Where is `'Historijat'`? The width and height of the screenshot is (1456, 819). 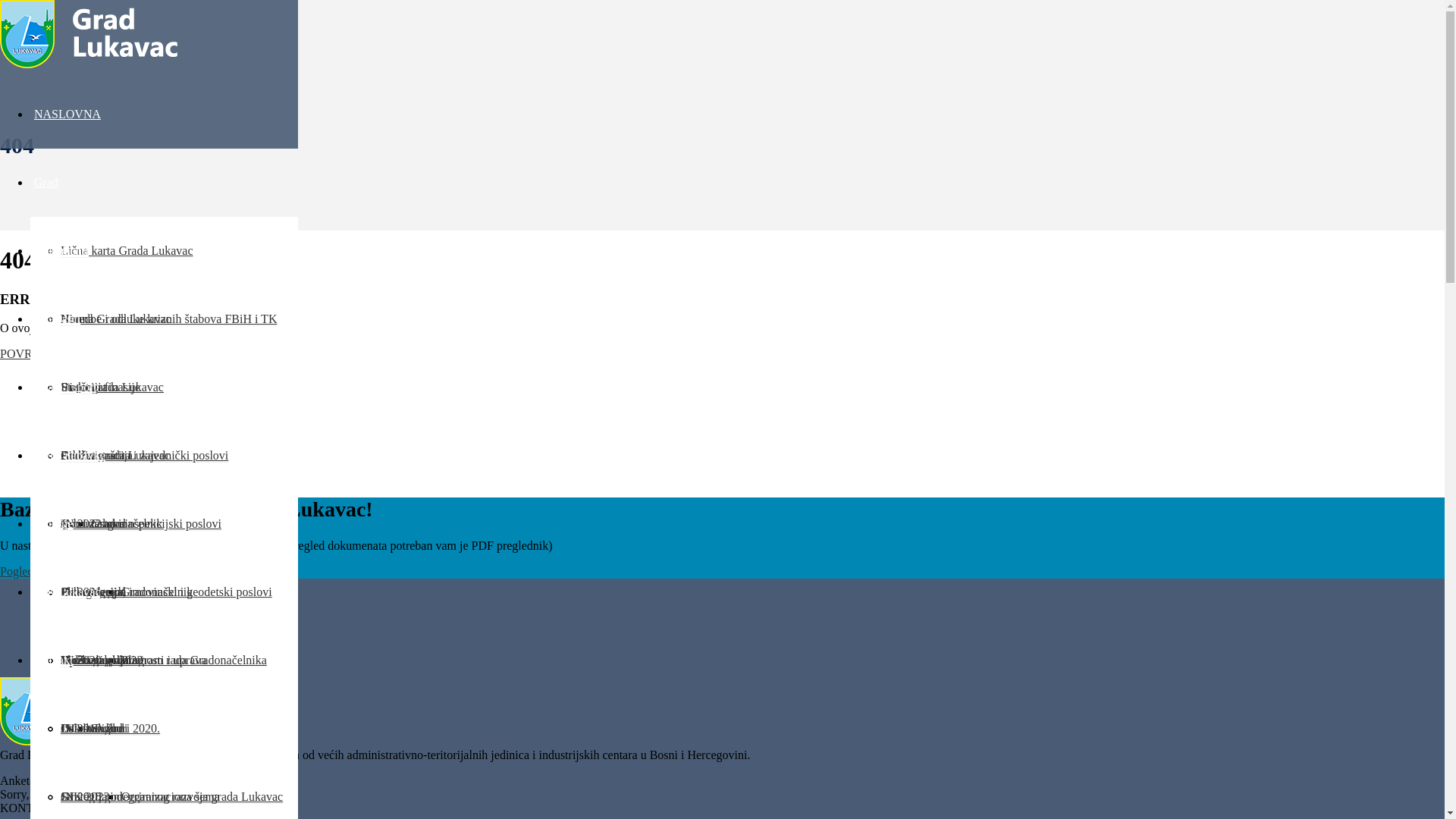
'Historijat' is located at coordinates (83, 386).